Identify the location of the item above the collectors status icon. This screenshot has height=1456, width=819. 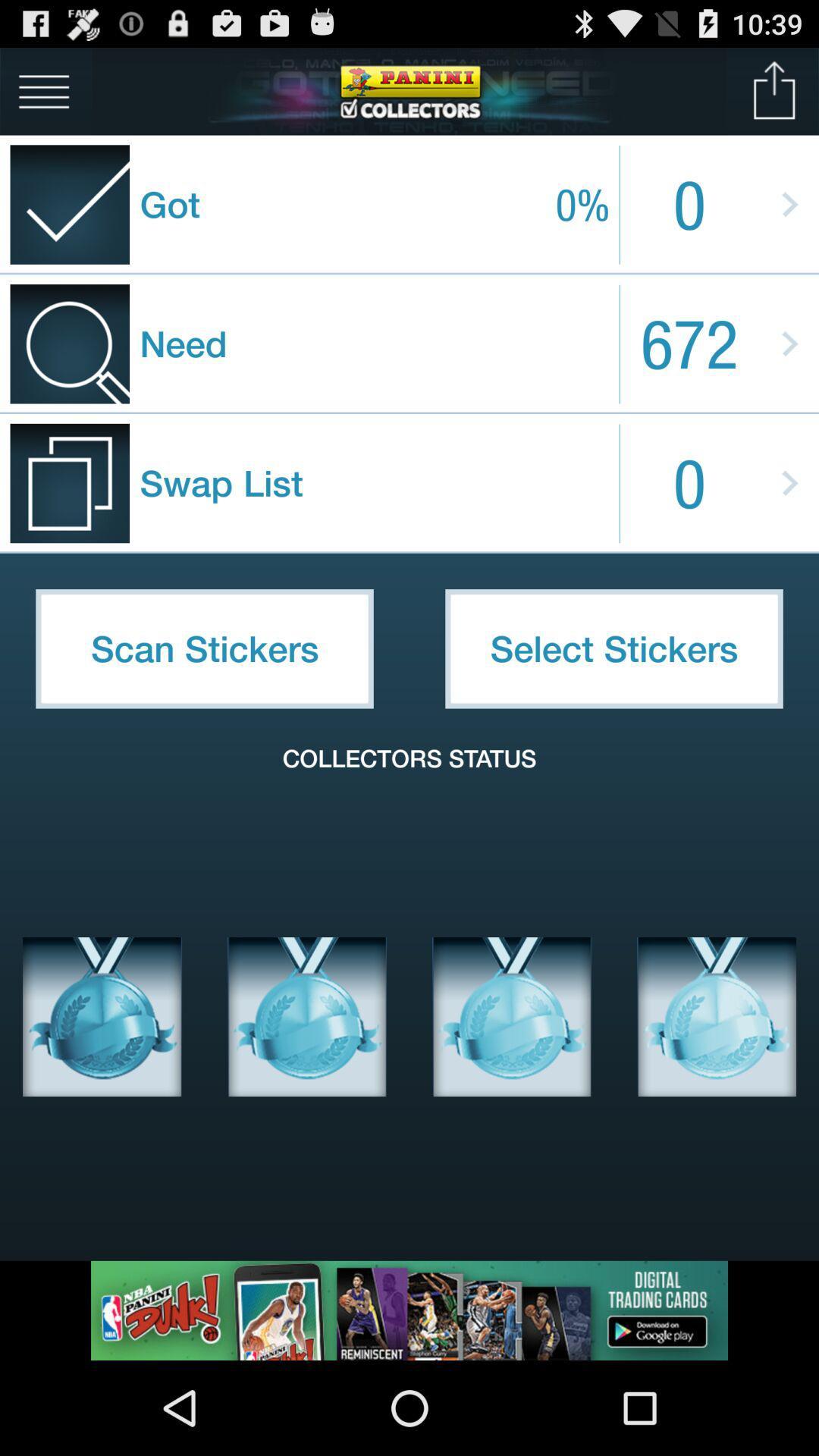
(614, 648).